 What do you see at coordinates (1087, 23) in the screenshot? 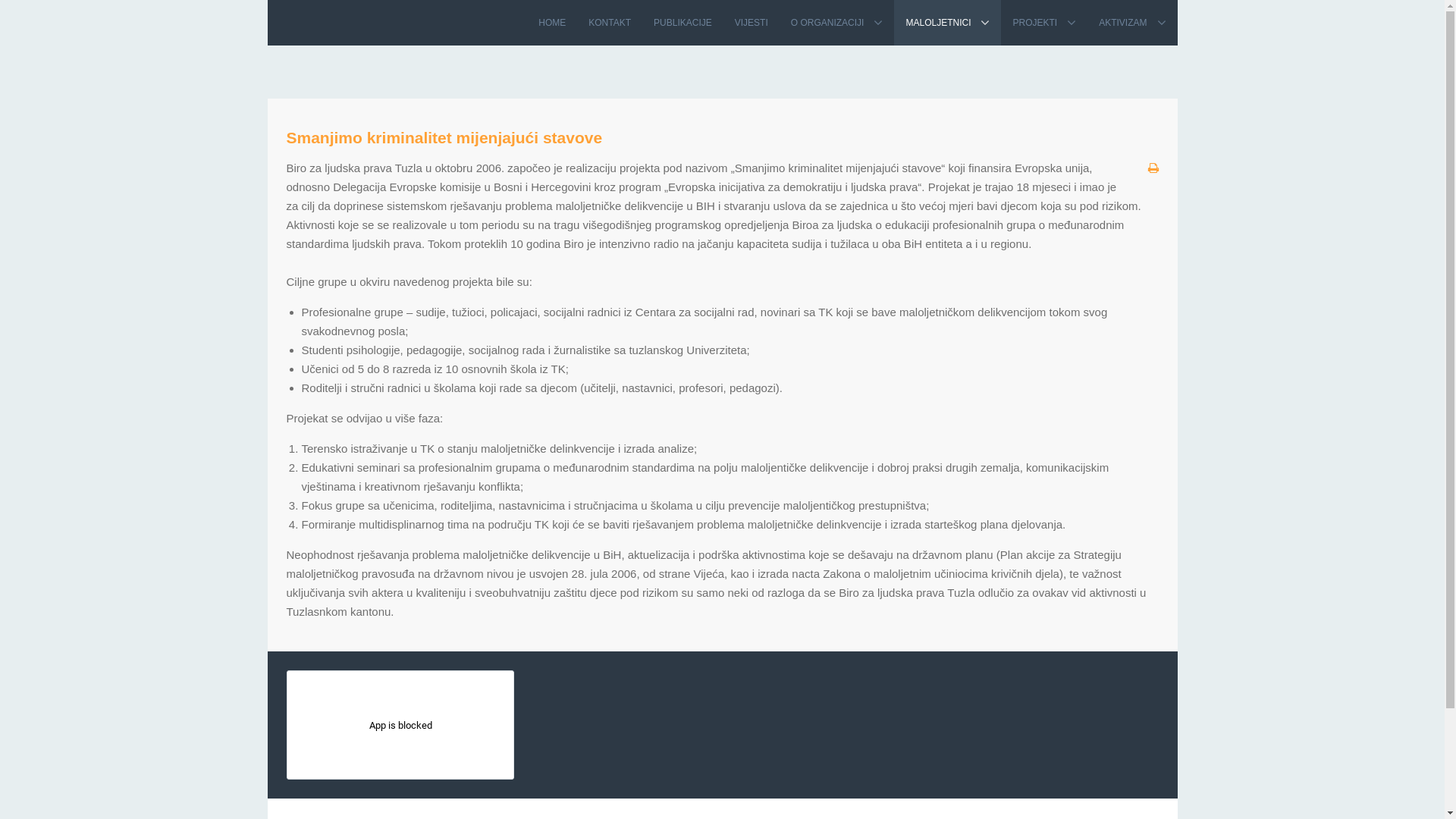
I see `'AKTIVIZAM'` at bounding box center [1087, 23].